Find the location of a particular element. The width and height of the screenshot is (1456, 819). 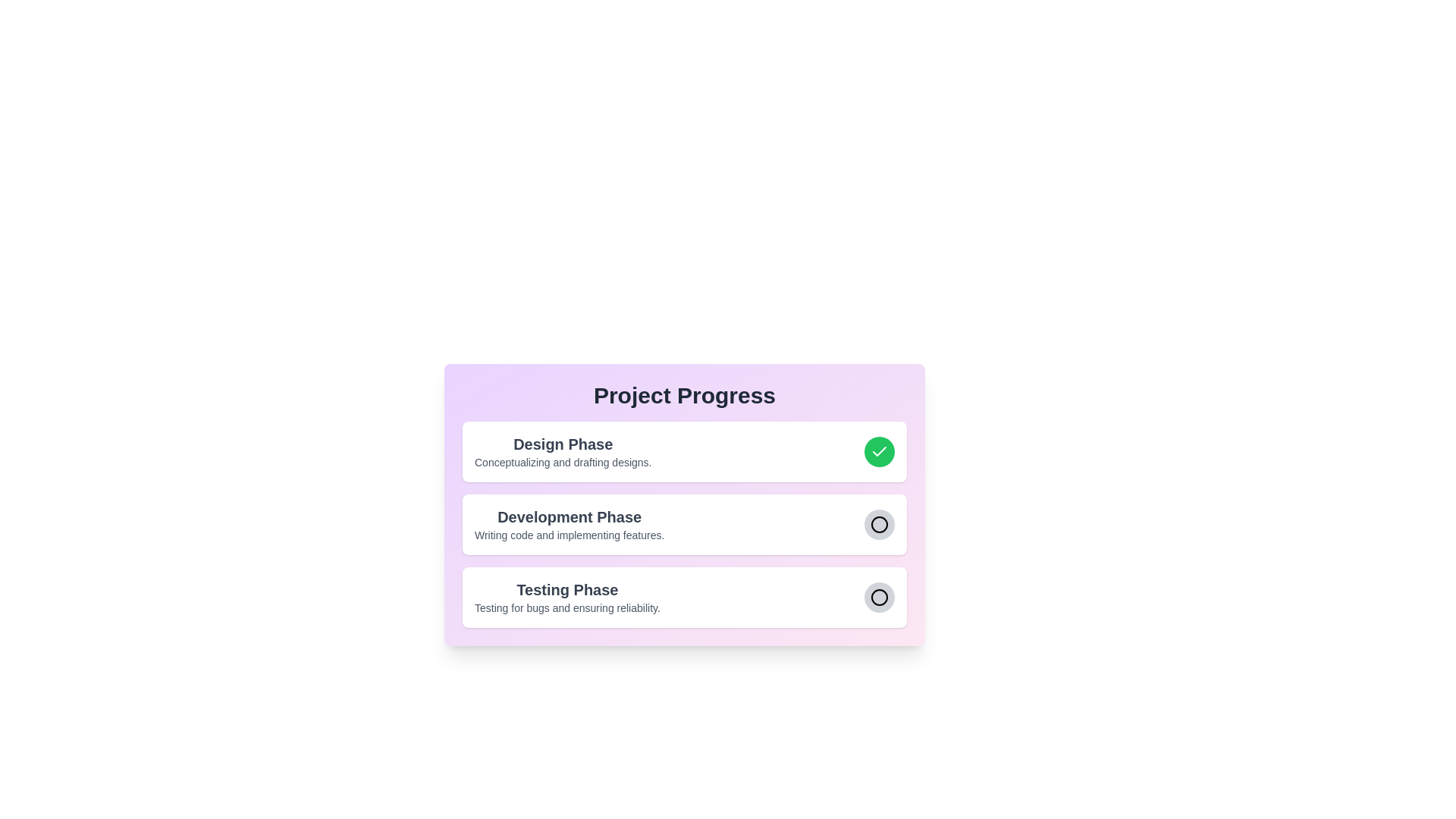

the inner circle of the SVG graphic representing the 'Testing Phase' section is located at coordinates (880, 596).